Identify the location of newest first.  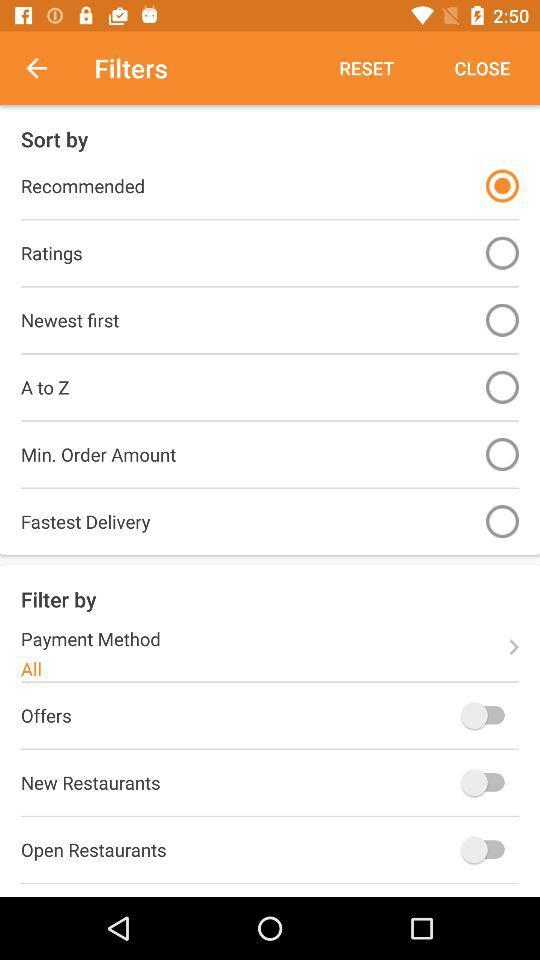
(501, 320).